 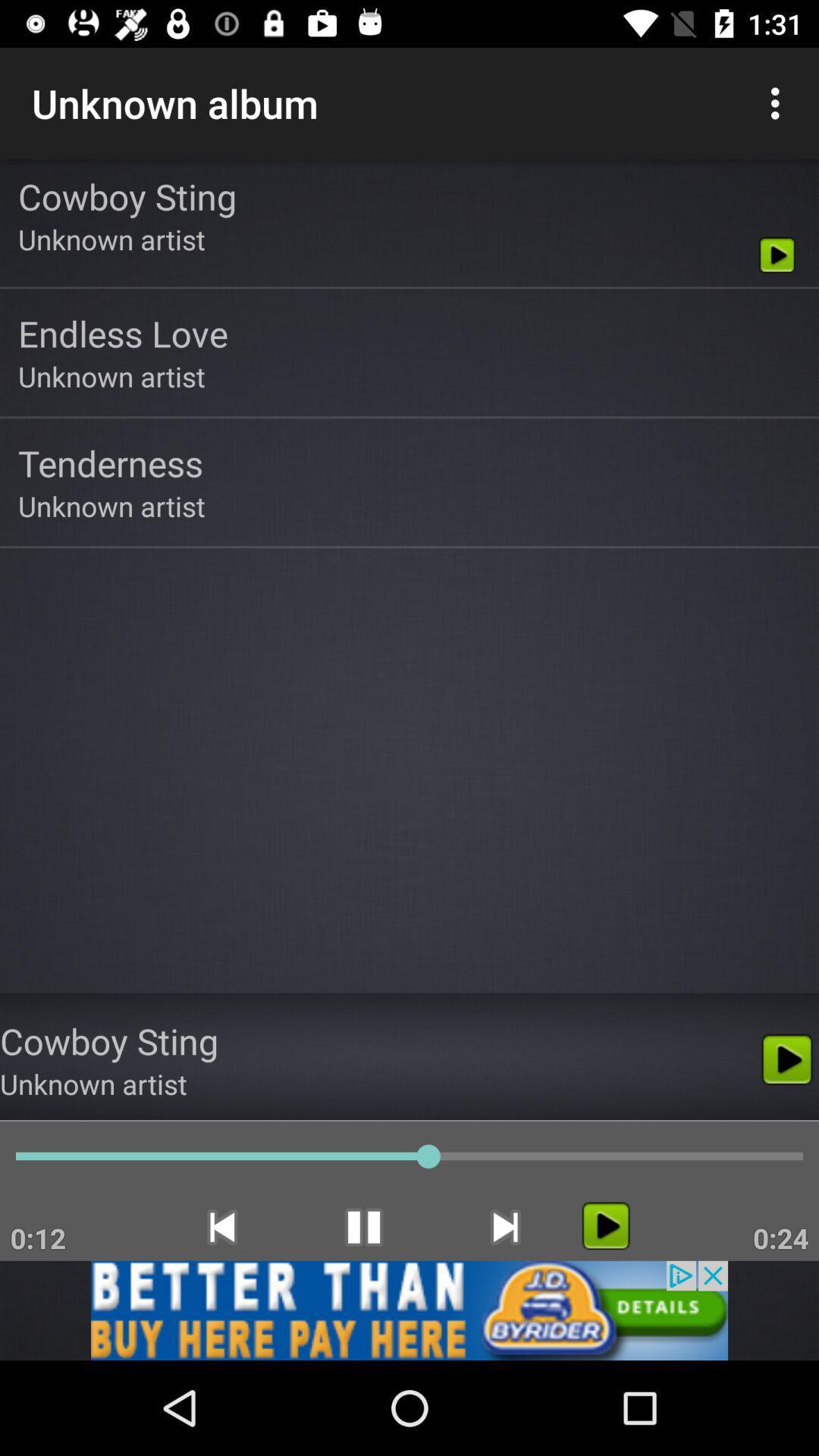 What do you see at coordinates (605, 1225) in the screenshot?
I see `the play icon` at bounding box center [605, 1225].